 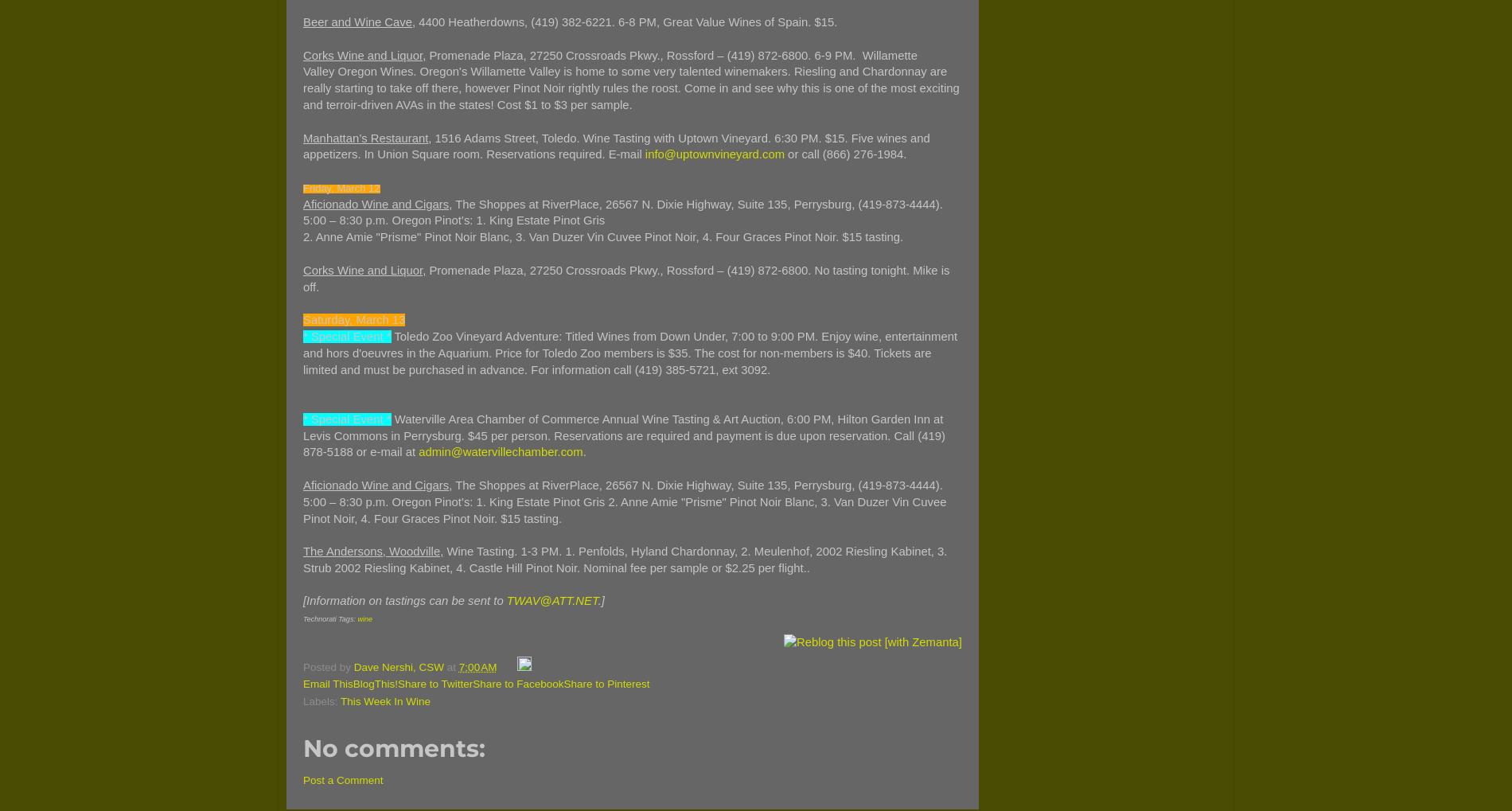 What do you see at coordinates (622, 435) in the screenshot?
I see `'Waterville Area Chamber of Commerce Annual Wine Tasting & Art Auction, 6:00 PM, Hilton Garden Inn at Levis Commons in Perrysburg. $45 per person. Reservations are required and payment is due upon reservation. Call (419) 878-5188 or e-mail at'` at bounding box center [622, 435].